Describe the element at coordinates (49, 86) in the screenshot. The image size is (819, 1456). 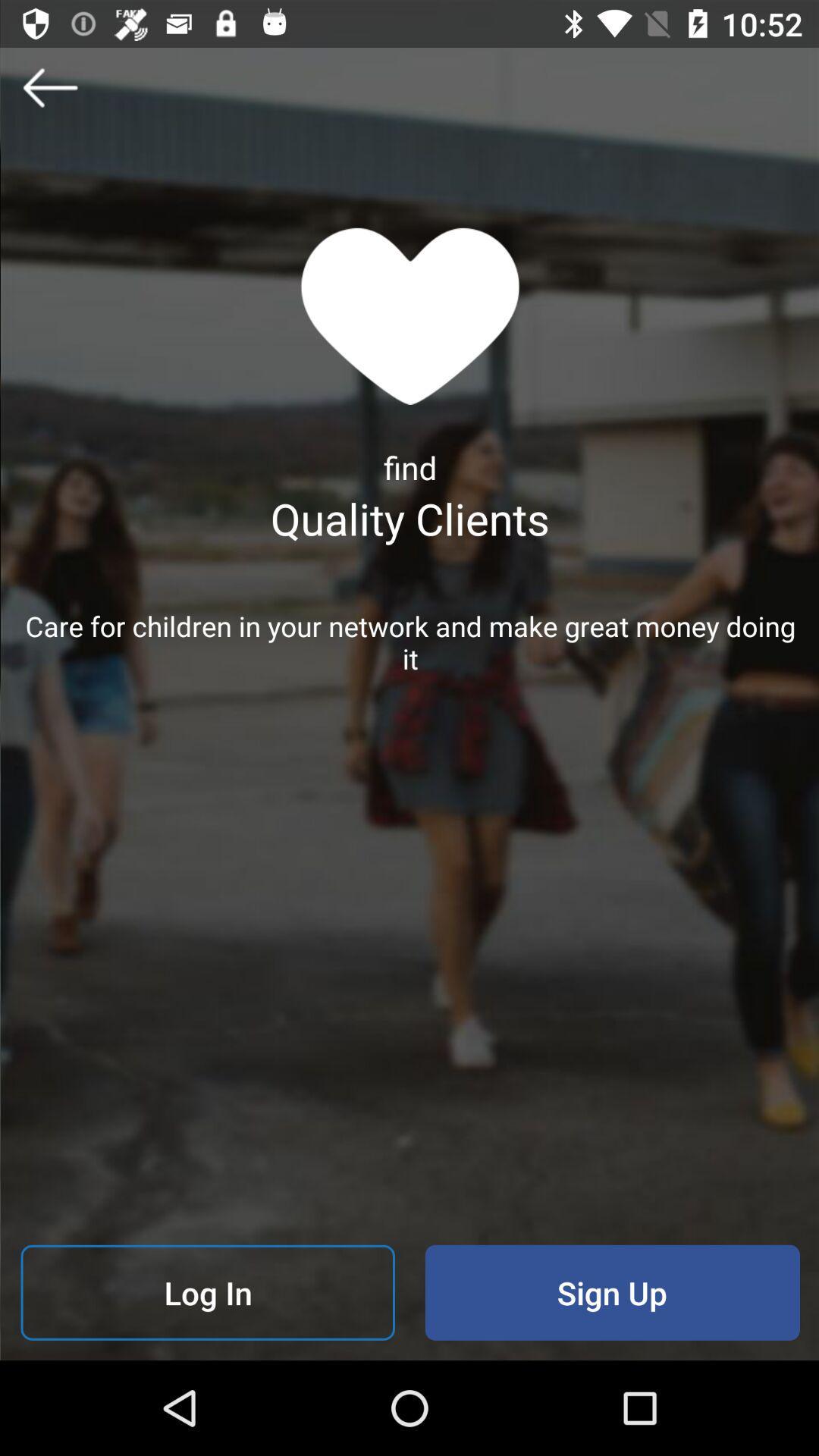
I see `previous` at that location.